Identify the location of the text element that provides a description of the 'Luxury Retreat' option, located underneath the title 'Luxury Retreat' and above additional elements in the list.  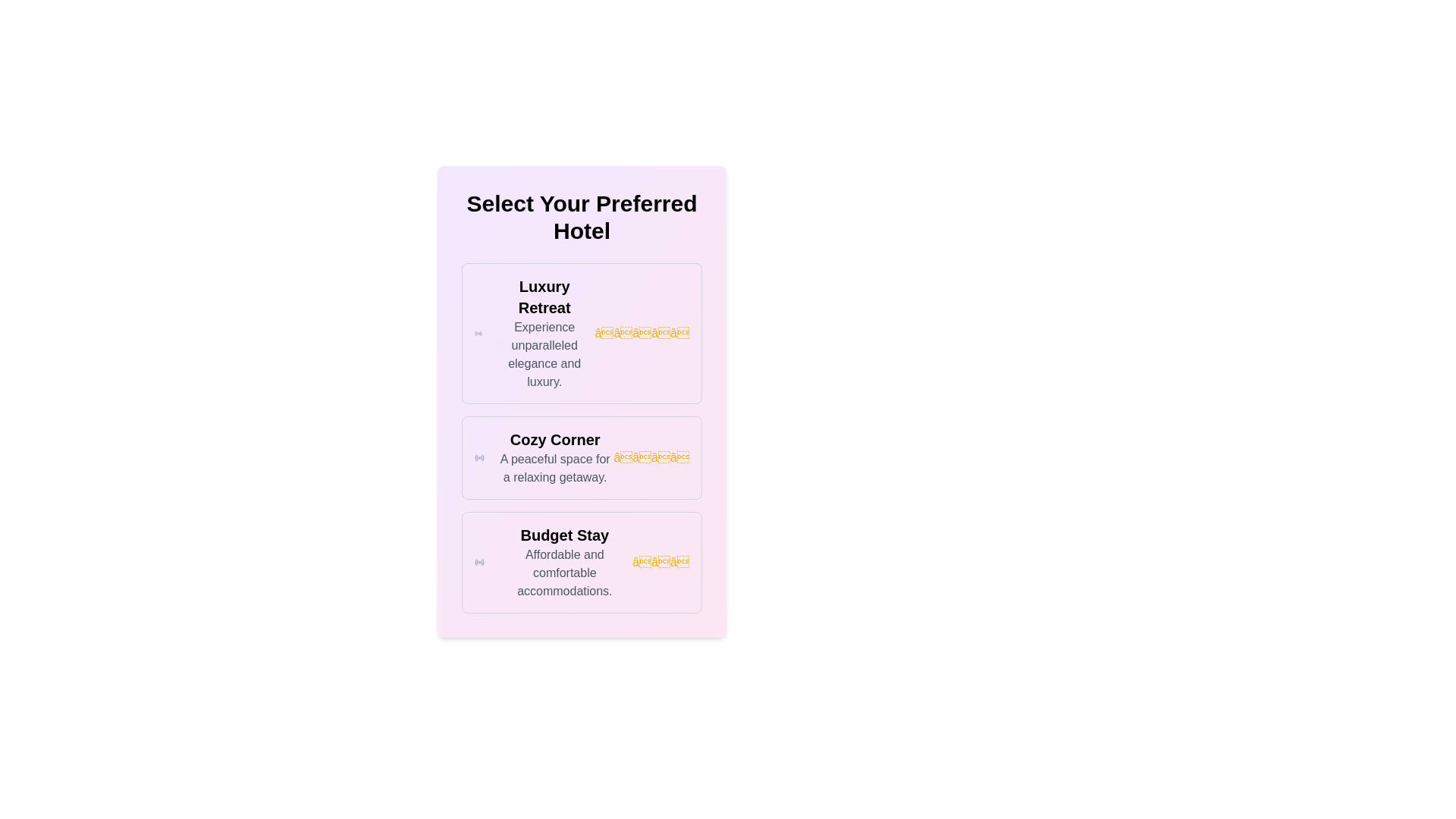
(544, 354).